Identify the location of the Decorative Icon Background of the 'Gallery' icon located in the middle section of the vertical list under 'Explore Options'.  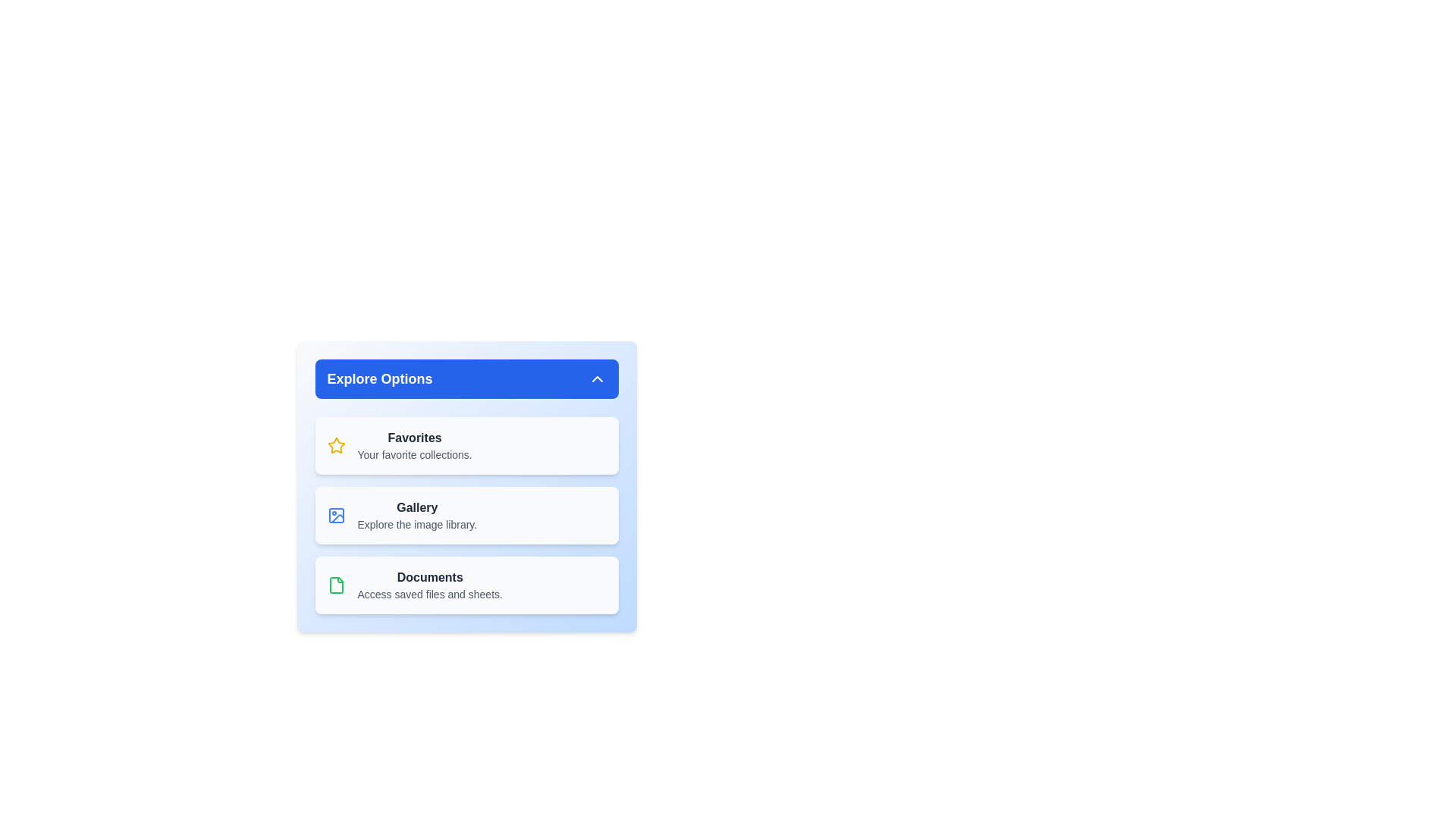
(335, 514).